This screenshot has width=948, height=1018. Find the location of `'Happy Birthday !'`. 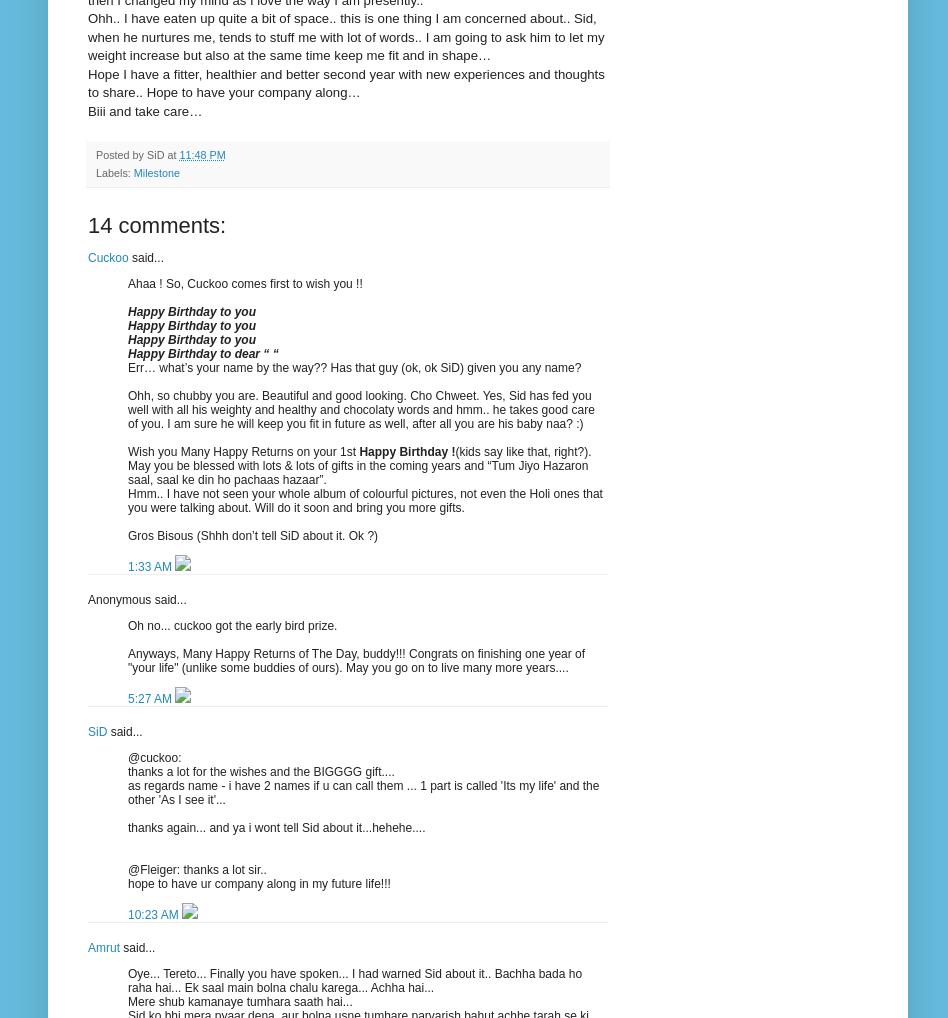

'Happy Birthday !' is located at coordinates (405, 449).